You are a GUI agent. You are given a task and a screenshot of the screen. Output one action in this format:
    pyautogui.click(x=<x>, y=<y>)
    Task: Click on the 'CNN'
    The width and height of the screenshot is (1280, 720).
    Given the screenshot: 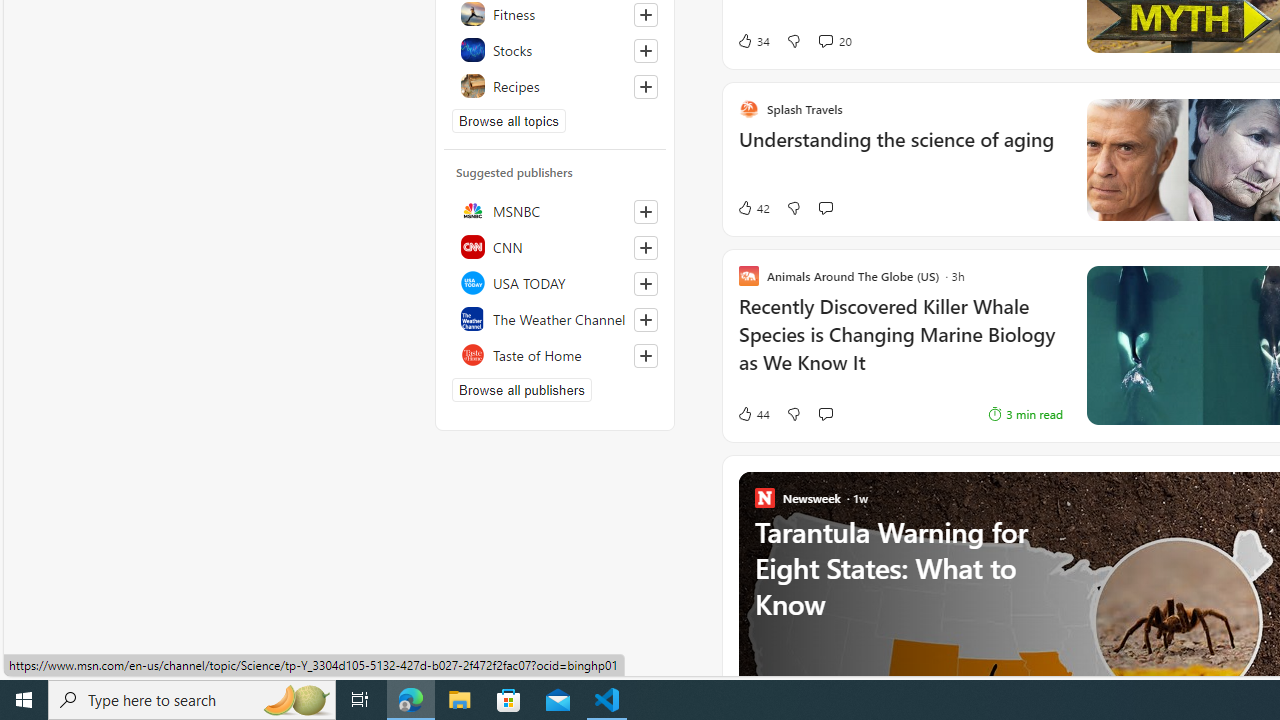 What is the action you would take?
    pyautogui.click(x=555, y=245)
    